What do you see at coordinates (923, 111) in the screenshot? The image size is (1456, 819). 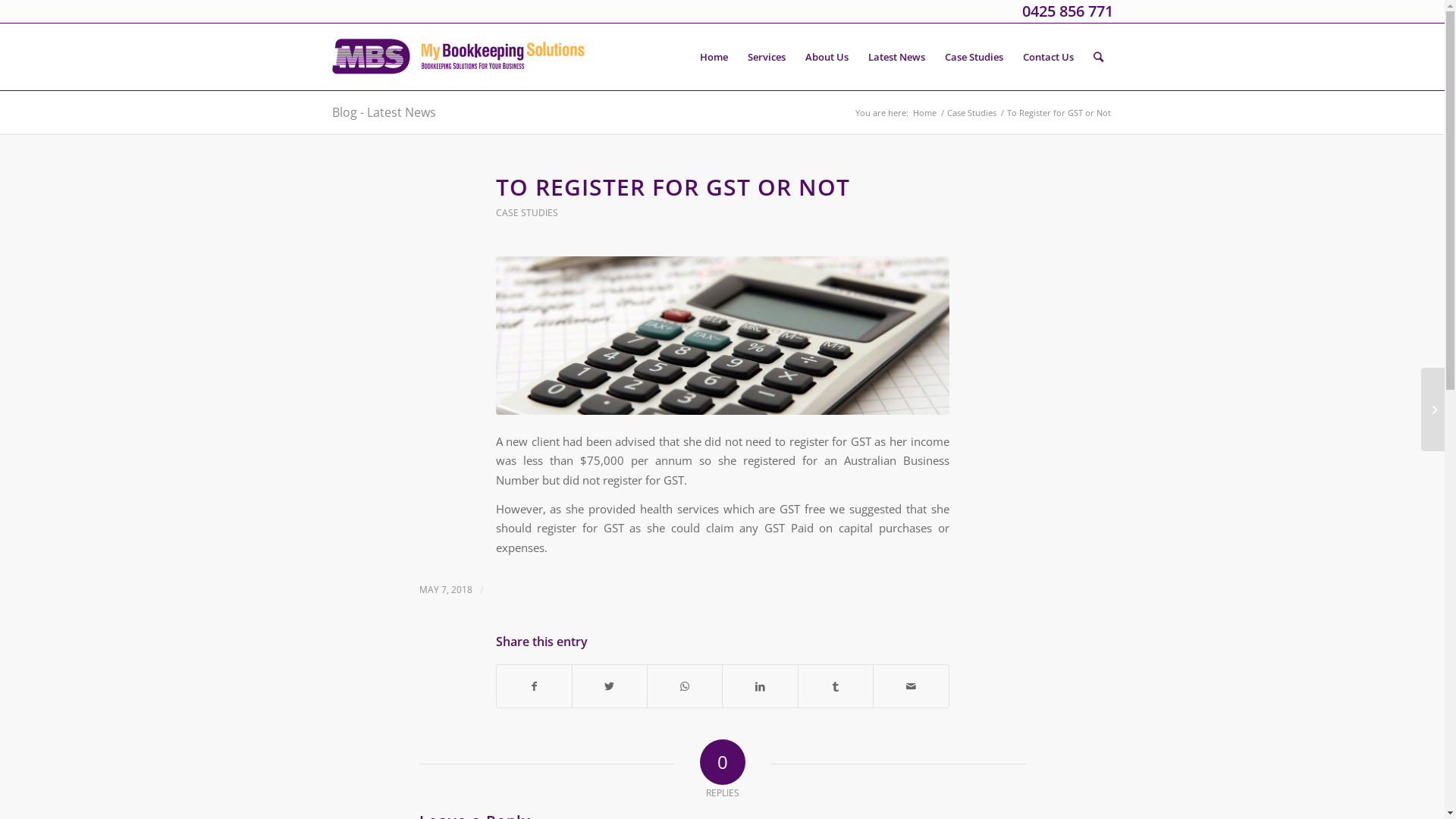 I see `'Home'` at bounding box center [923, 111].